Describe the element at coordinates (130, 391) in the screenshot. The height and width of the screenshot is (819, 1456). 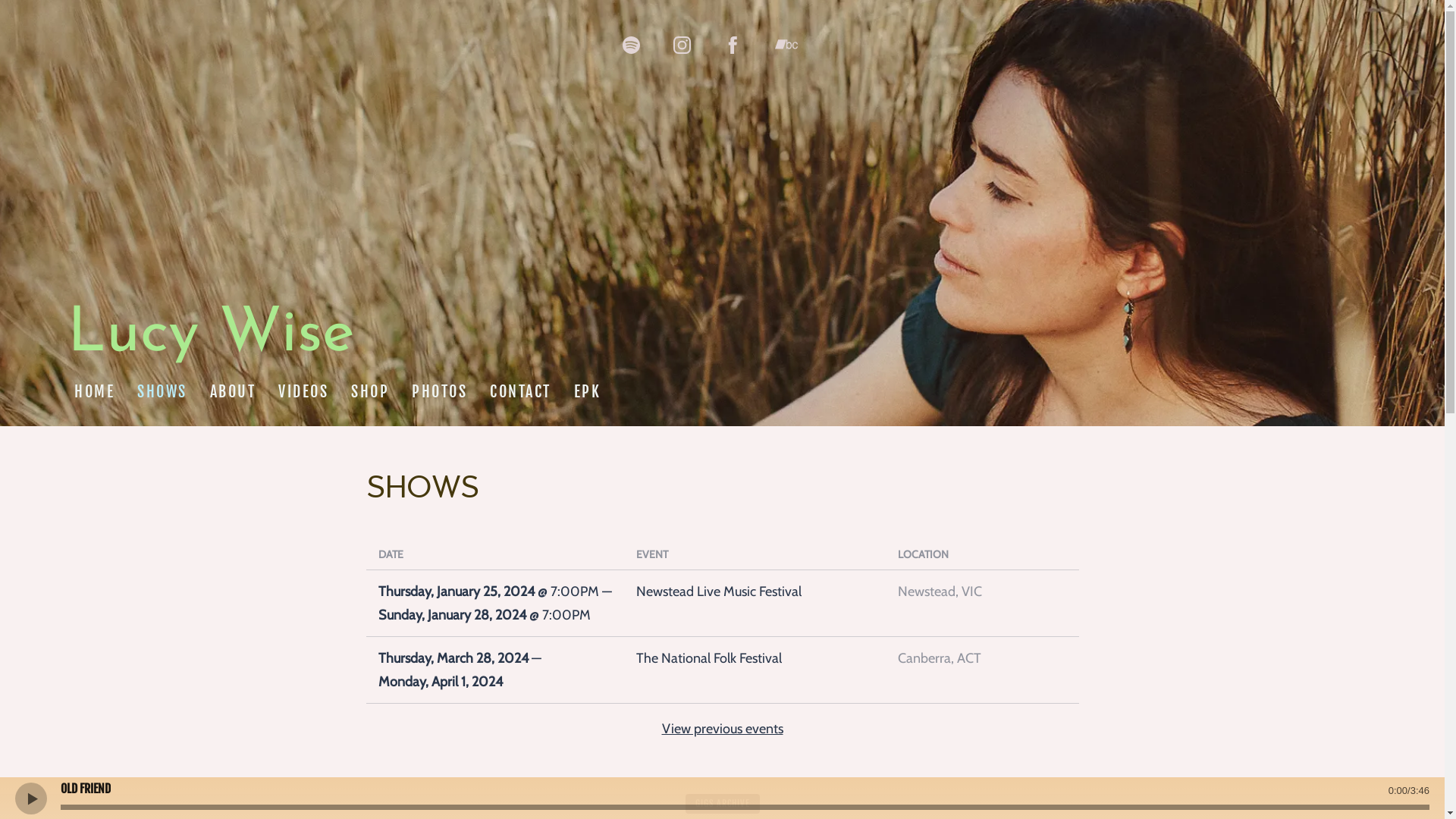
I see `'SHOWS'` at that location.